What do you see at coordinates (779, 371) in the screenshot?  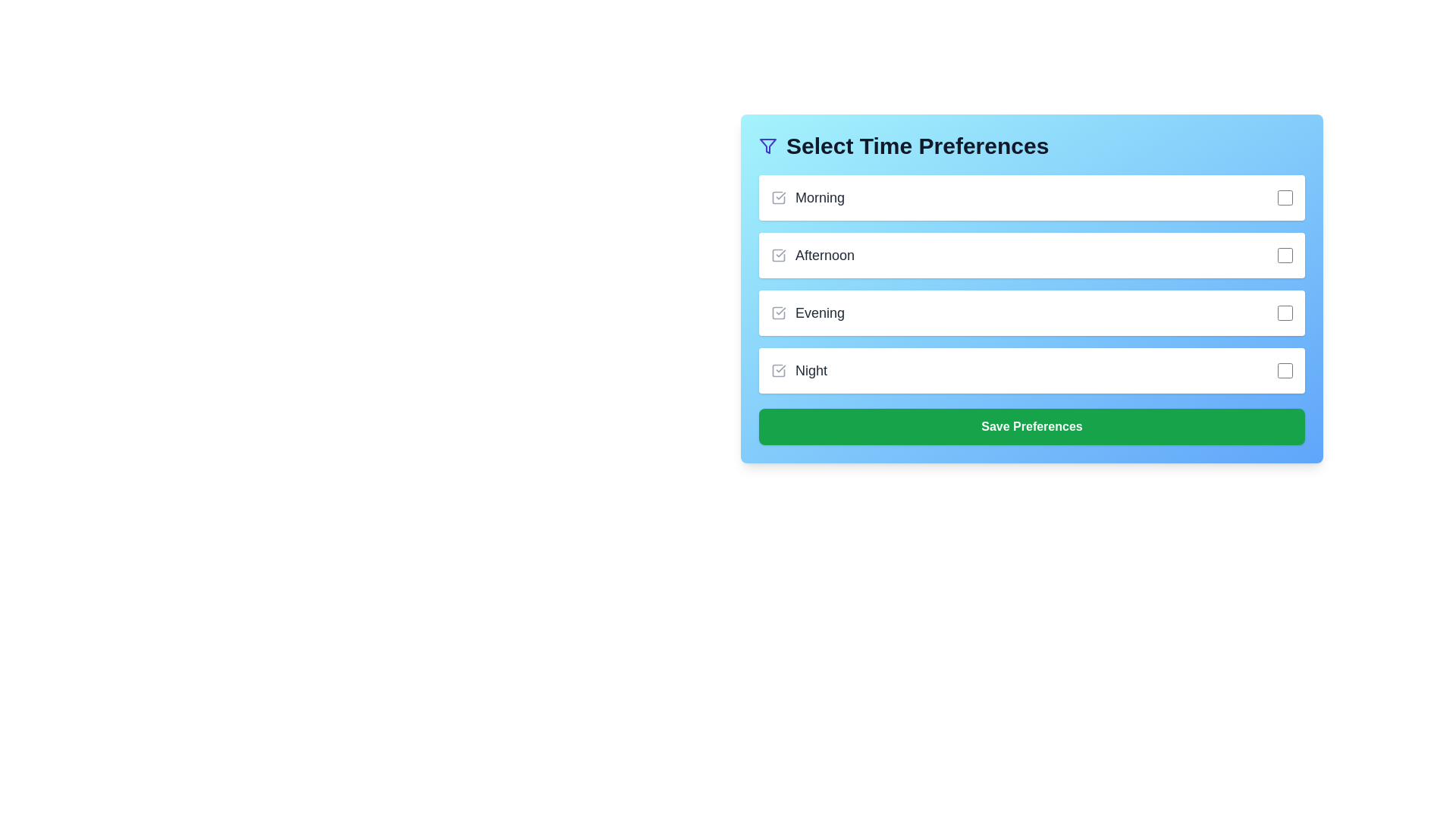 I see `the checkbox element located to the right of the 'Night' option in the 'Select Time Preferences' form` at bounding box center [779, 371].